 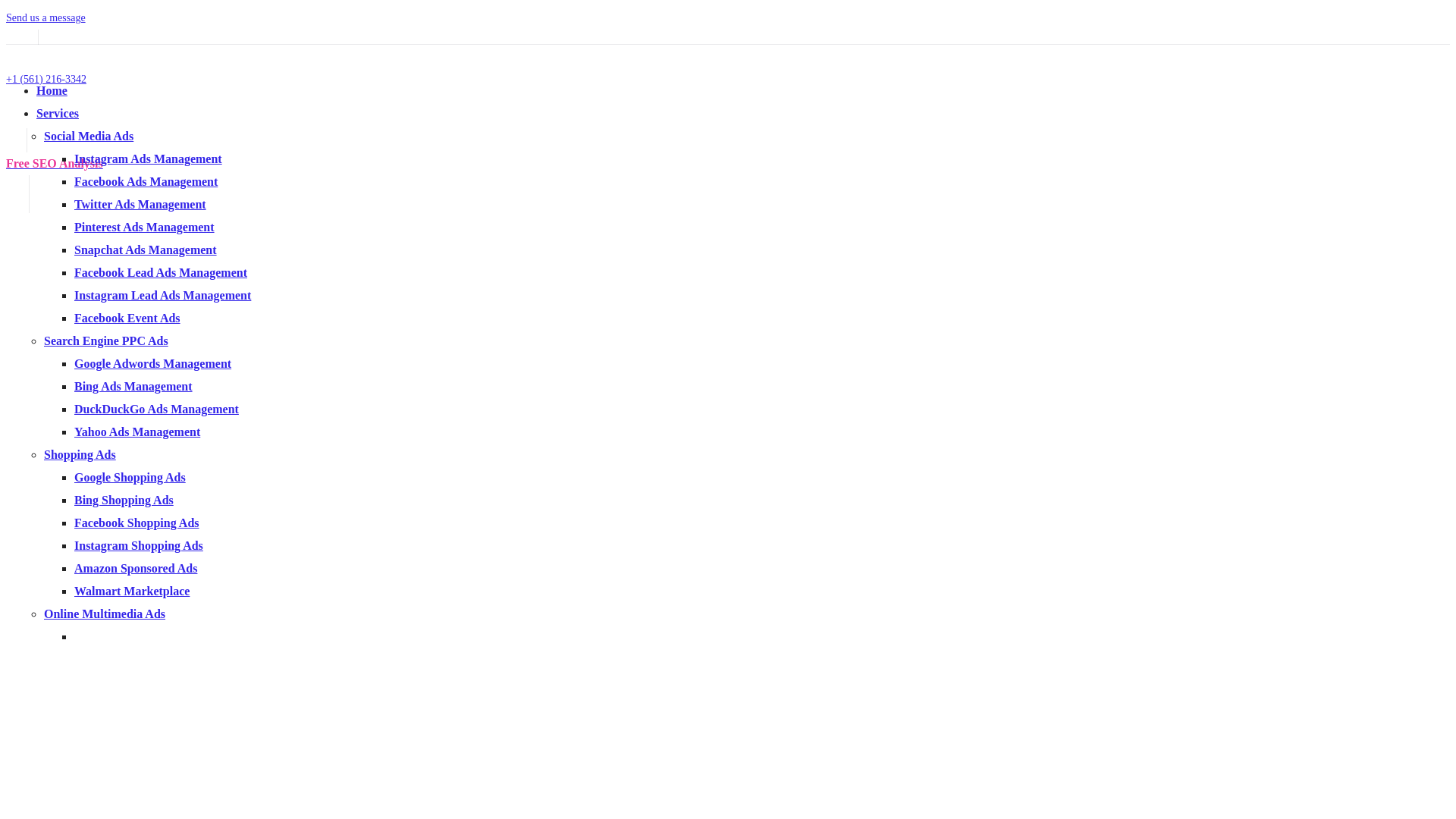 I want to click on 'Online Multimedia Ads', so click(x=104, y=613).